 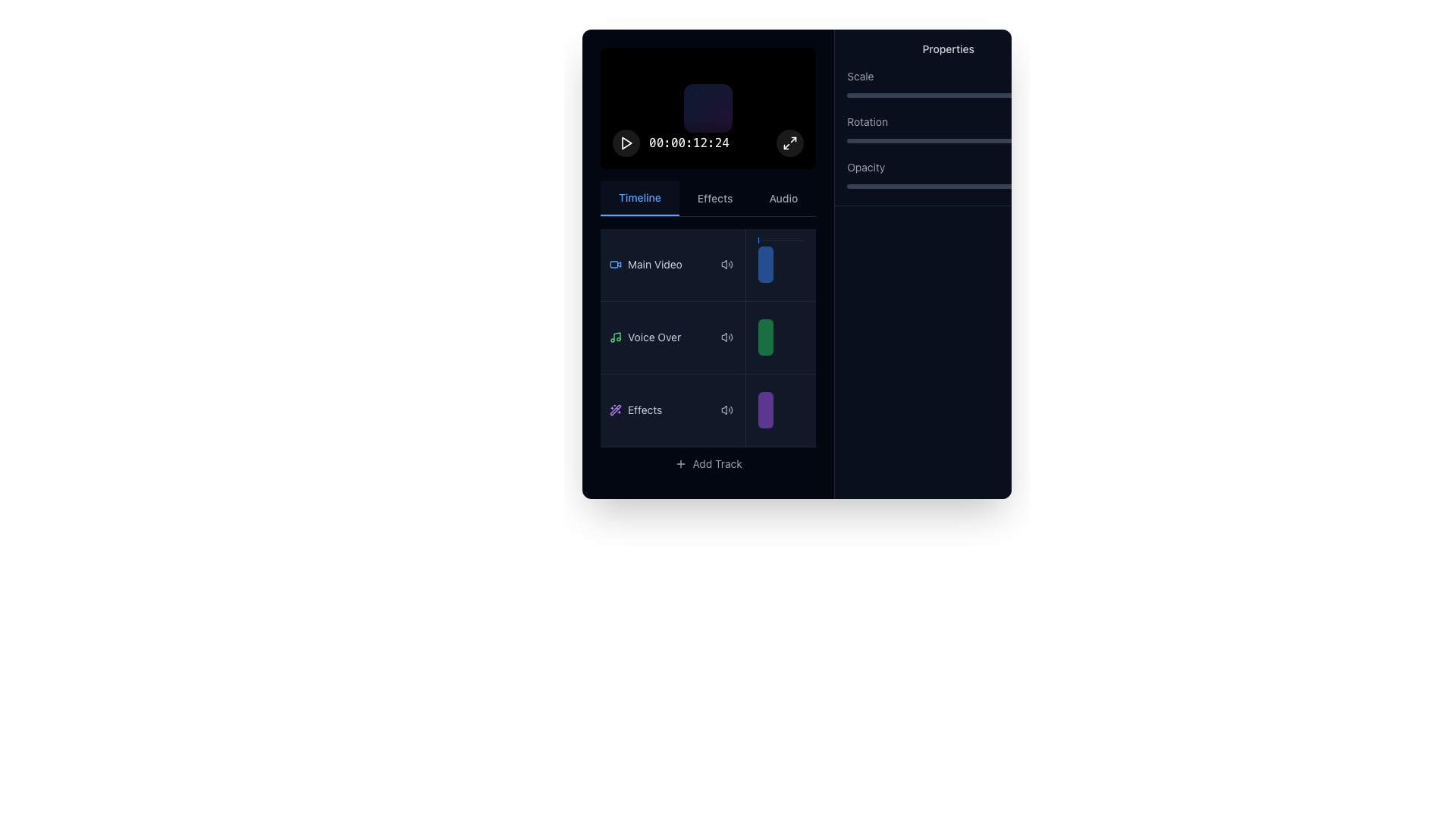 I want to click on timestamp displayed in a monospaced font style next to the circular play button located near the top-left corner of the interface, so click(x=670, y=143).